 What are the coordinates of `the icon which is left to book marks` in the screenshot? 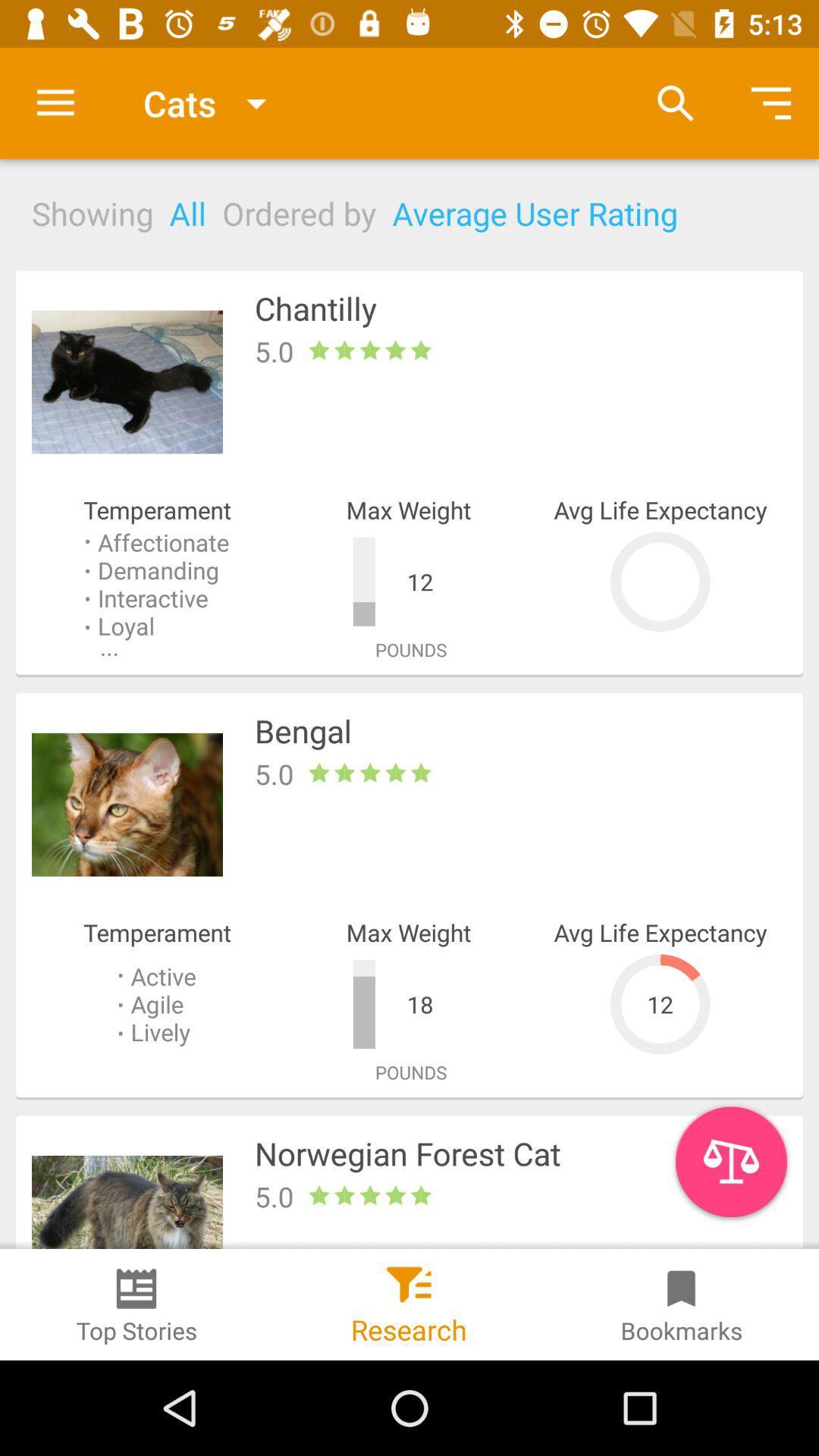 It's located at (408, 1278).